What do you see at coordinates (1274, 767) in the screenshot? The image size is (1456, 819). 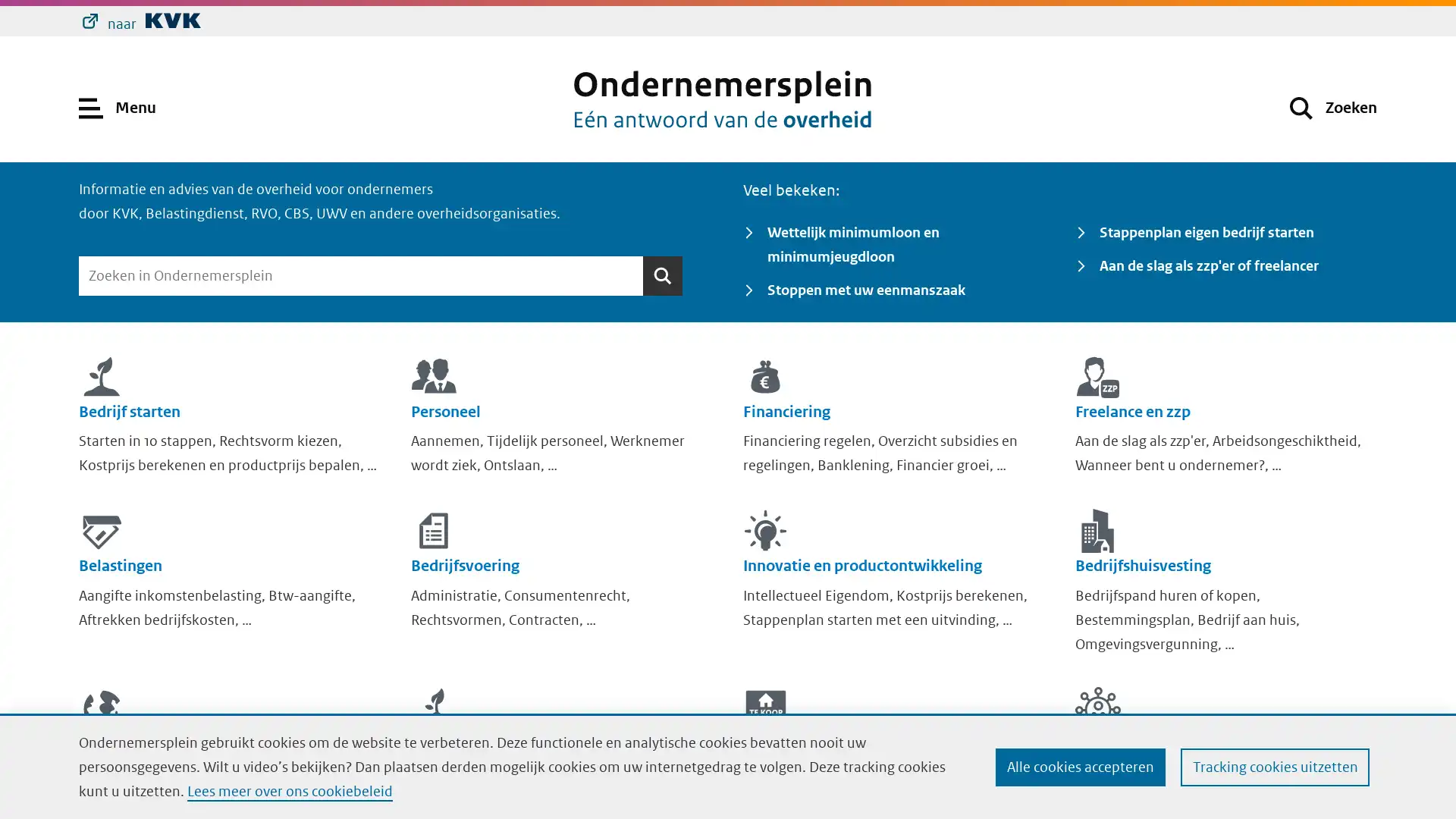 I see `Tracking cookies uitzetten` at bounding box center [1274, 767].